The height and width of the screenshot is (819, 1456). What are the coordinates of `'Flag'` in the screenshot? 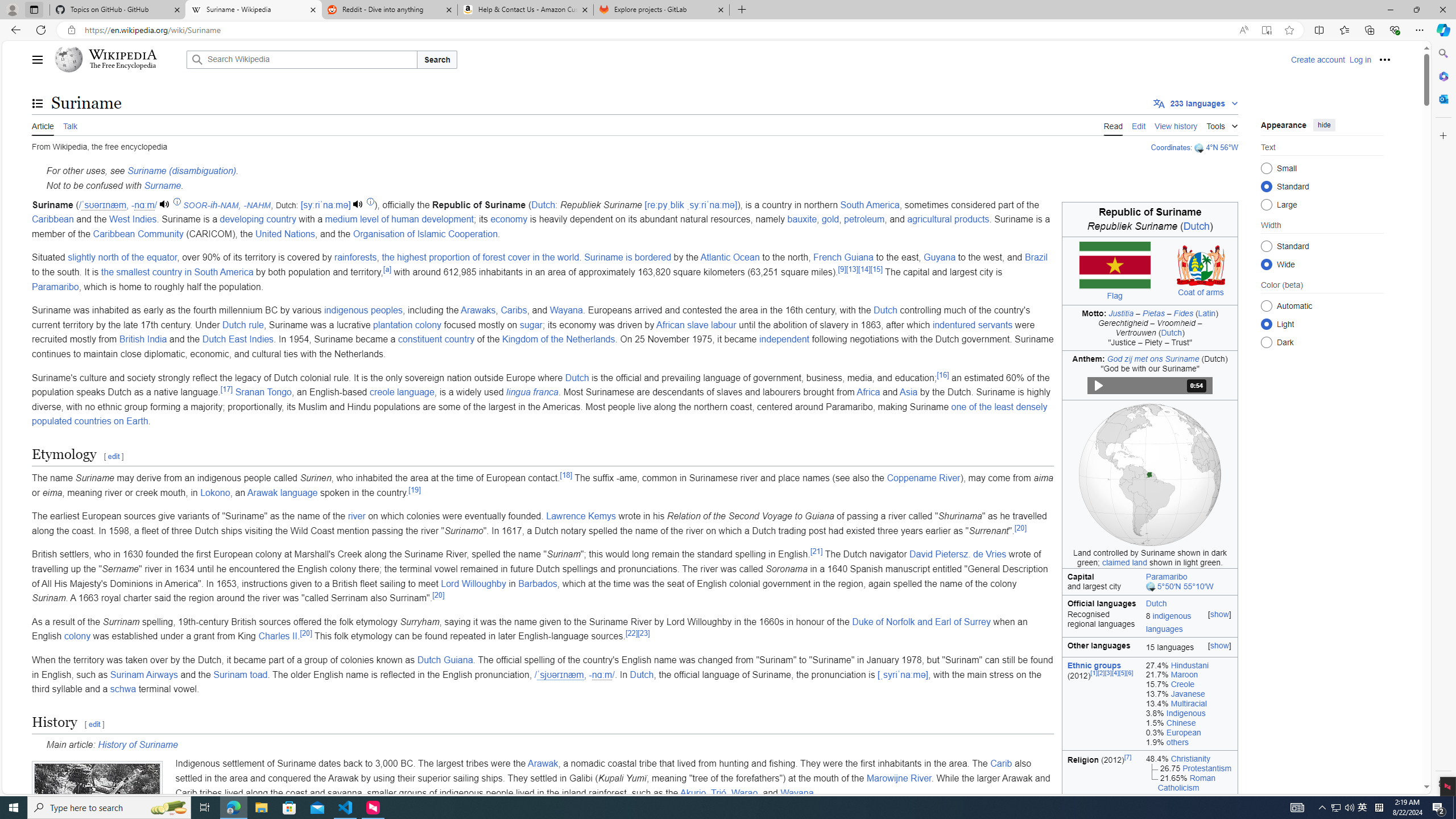 It's located at (1114, 296).